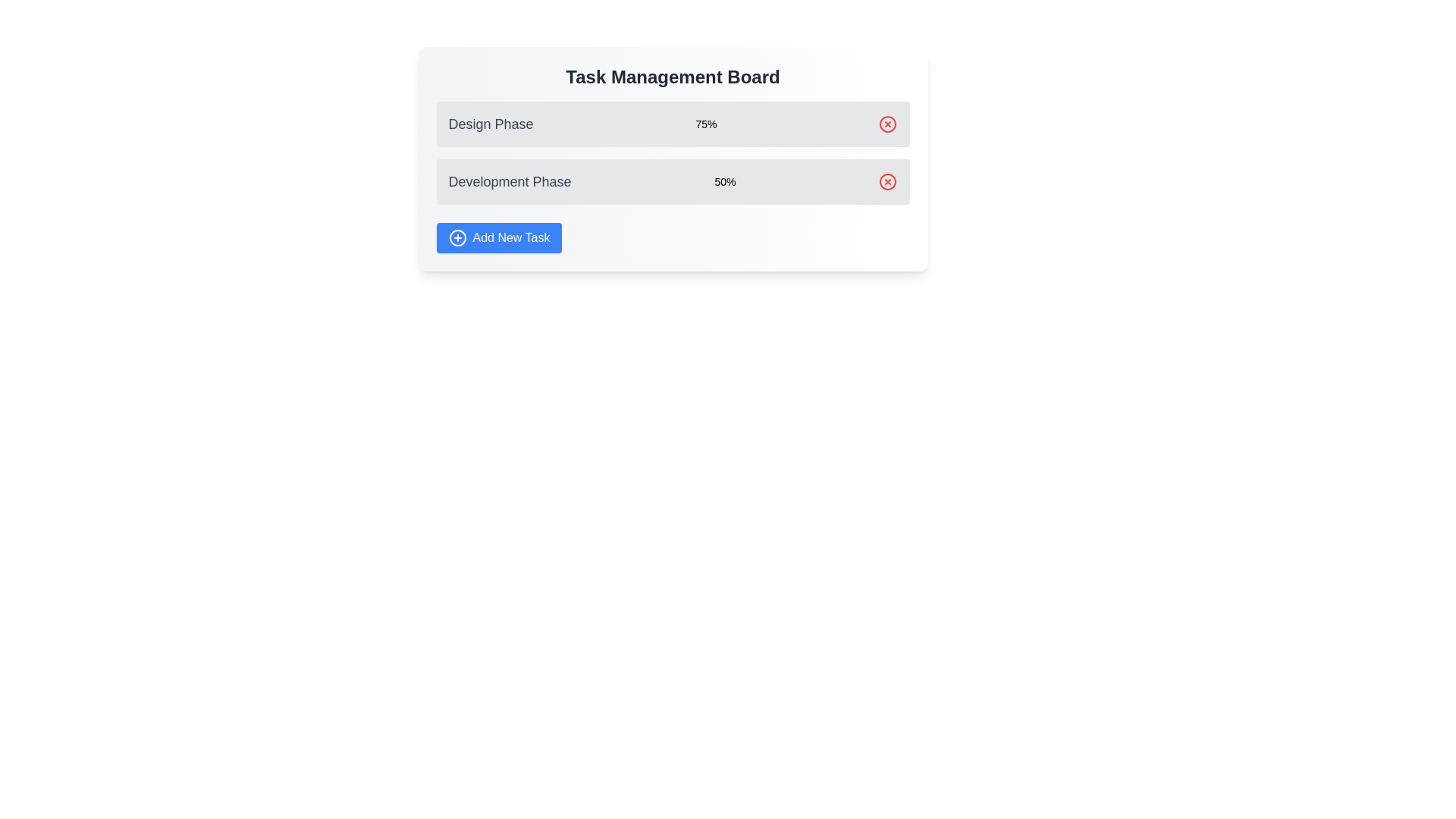 Image resolution: width=1456 pixels, height=819 pixels. I want to click on the Text Label displaying the completion percentage for the 'Development Phase' task, located to the right of 'Development Phase' text and left of the red delete/cancel button, so click(724, 180).